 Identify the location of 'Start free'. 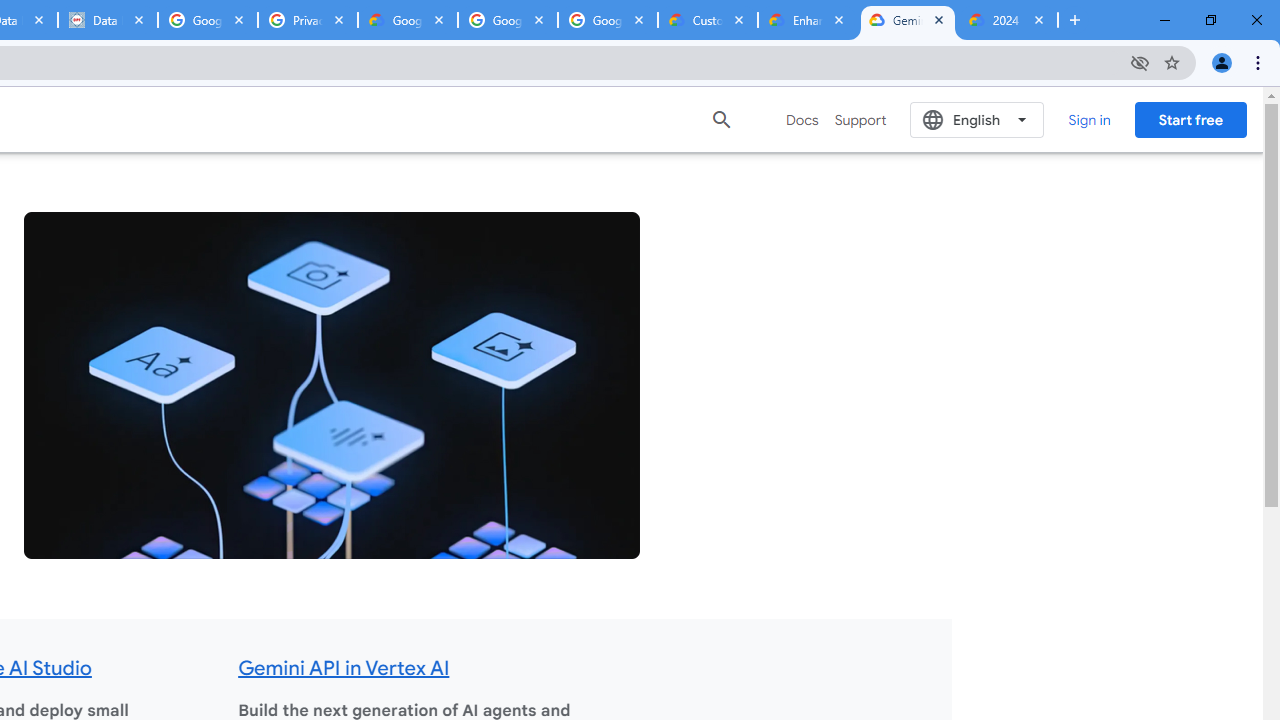
(1190, 119).